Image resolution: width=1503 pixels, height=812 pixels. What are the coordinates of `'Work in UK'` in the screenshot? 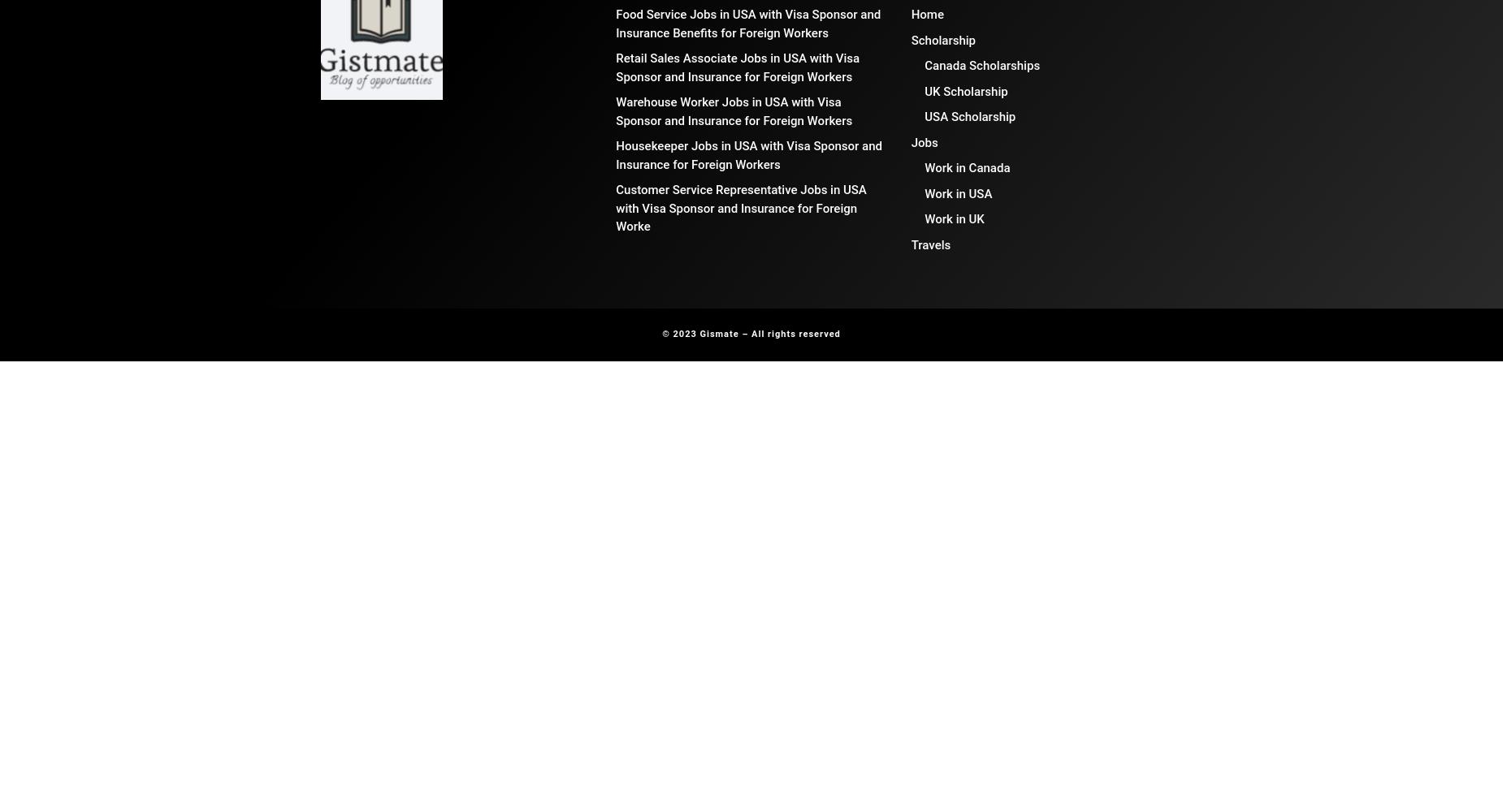 It's located at (953, 219).